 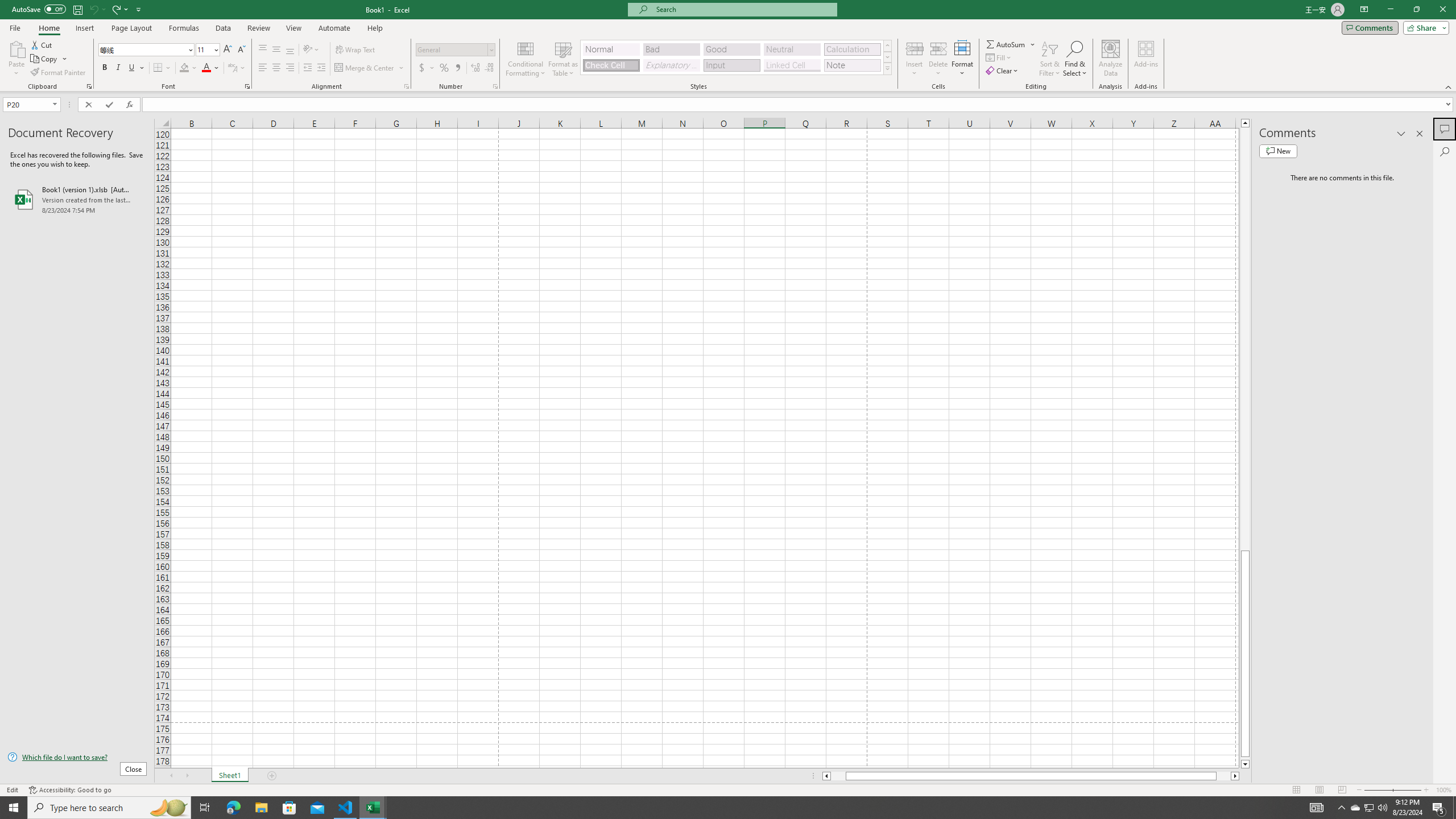 I want to click on 'AutomationID: CellStylesGallery', so click(x=737, y=57).